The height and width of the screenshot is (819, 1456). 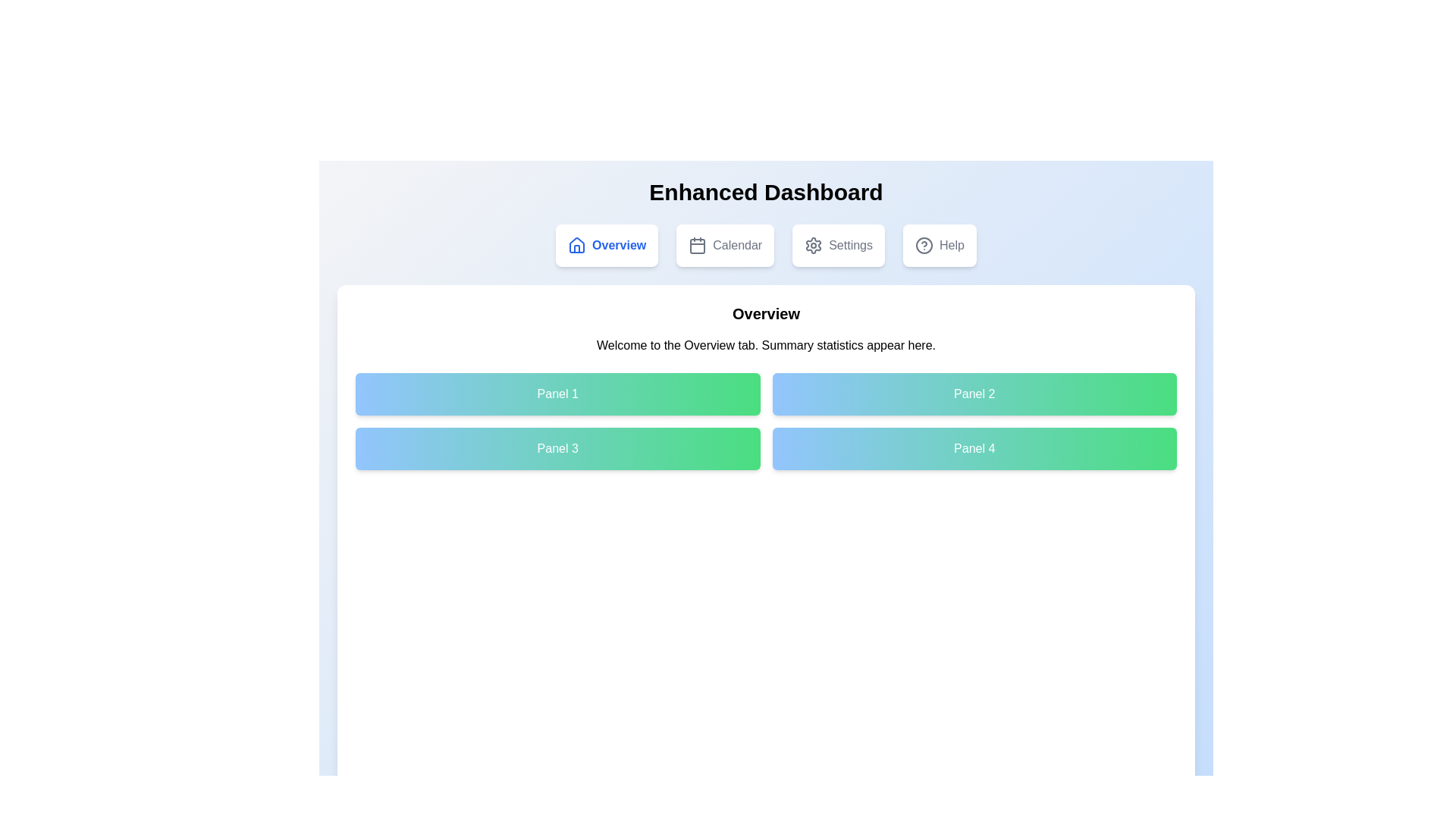 I want to click on the Help tab to explore its content, so click(x=938, y=245).